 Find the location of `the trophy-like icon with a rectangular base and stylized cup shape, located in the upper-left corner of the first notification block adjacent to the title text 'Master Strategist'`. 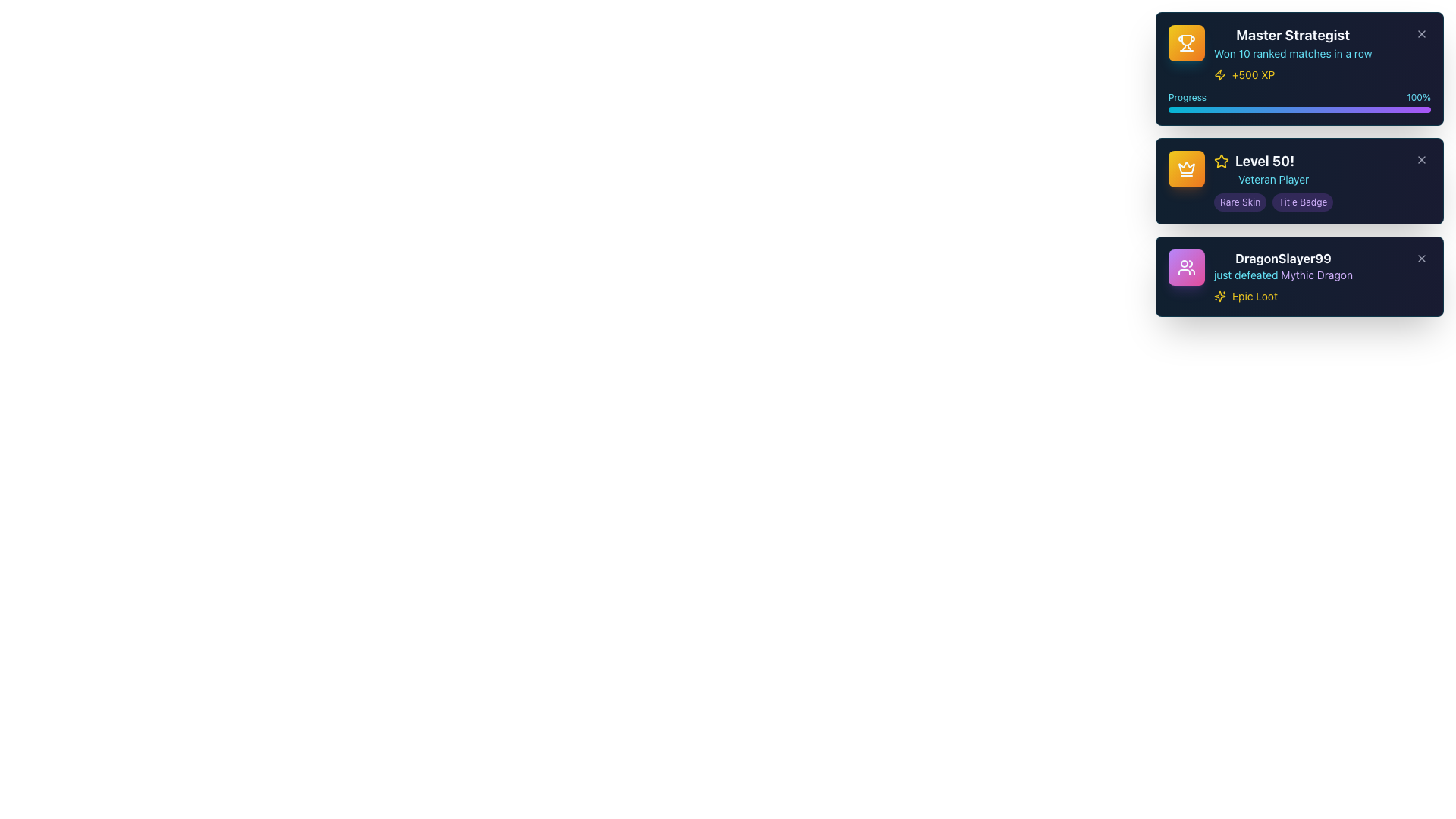

the trophy-like icon with a rectangular base and stylized cup shape, located in the upper-left corner of the first notification block adjacent to the title text 'Master Strategist' is located at coordinates (1185, 39).